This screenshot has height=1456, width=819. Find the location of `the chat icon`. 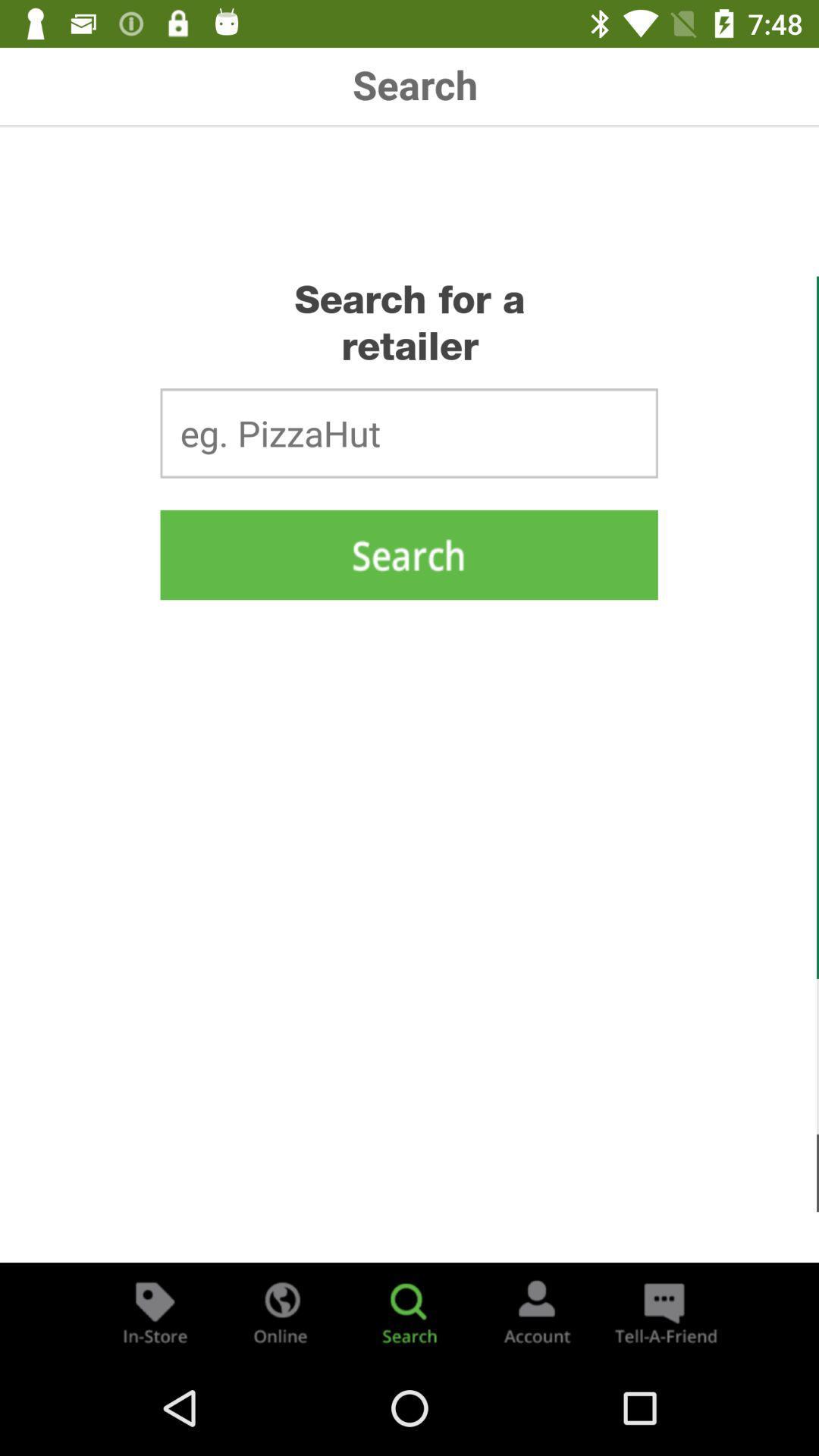

the chat icon is located at coordinates (663, 1310).